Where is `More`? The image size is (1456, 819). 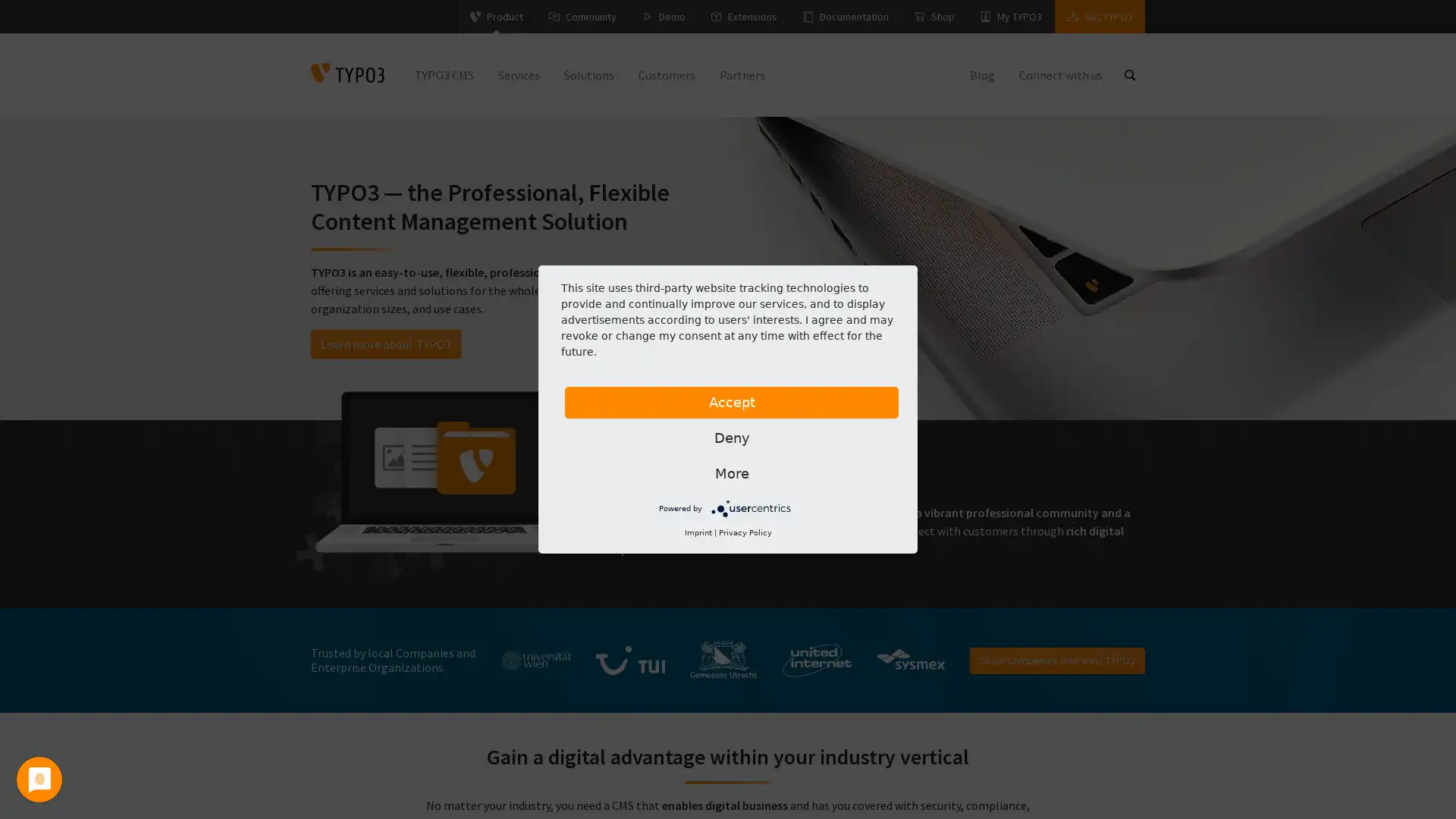 More is located at coordinates (731, 472).